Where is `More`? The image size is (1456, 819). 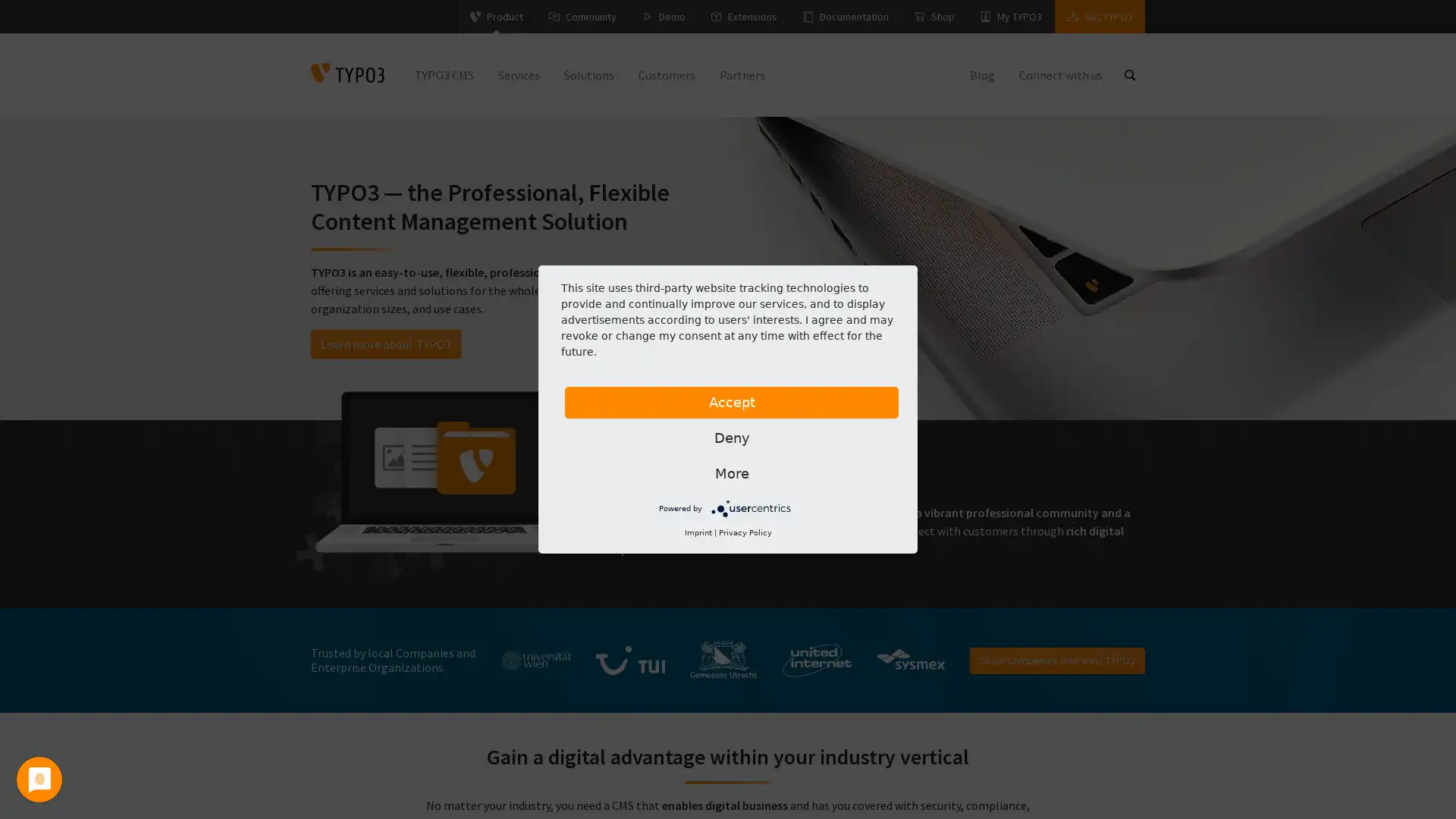 More is located at coordinates (731, 472).